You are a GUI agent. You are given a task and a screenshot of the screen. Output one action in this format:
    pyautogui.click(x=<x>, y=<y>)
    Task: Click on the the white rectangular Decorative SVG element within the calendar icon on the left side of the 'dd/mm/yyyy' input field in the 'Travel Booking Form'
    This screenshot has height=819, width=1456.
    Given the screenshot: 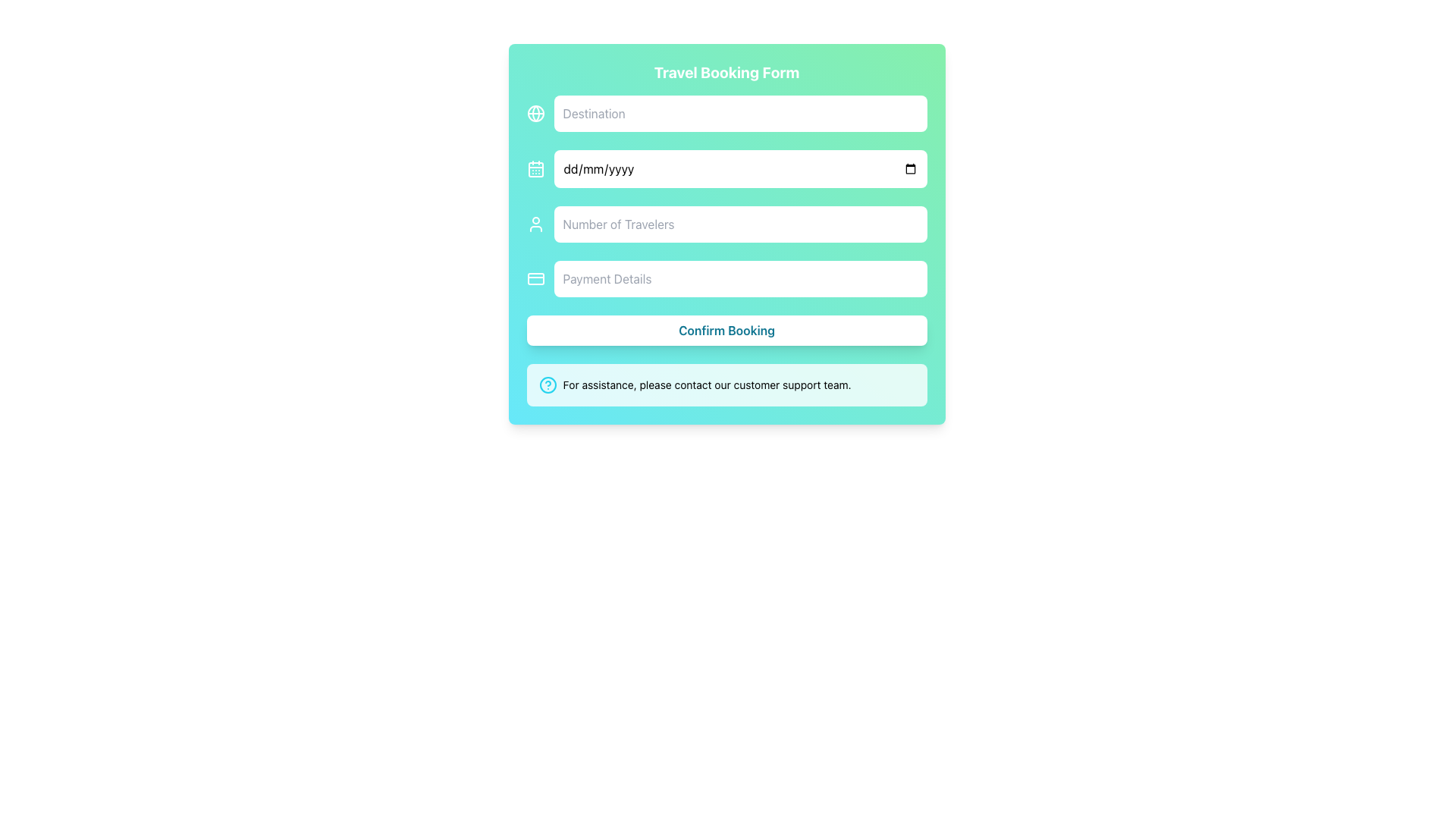 What is the action you would take?
    pyautogui.click(x=535, y=169)
    